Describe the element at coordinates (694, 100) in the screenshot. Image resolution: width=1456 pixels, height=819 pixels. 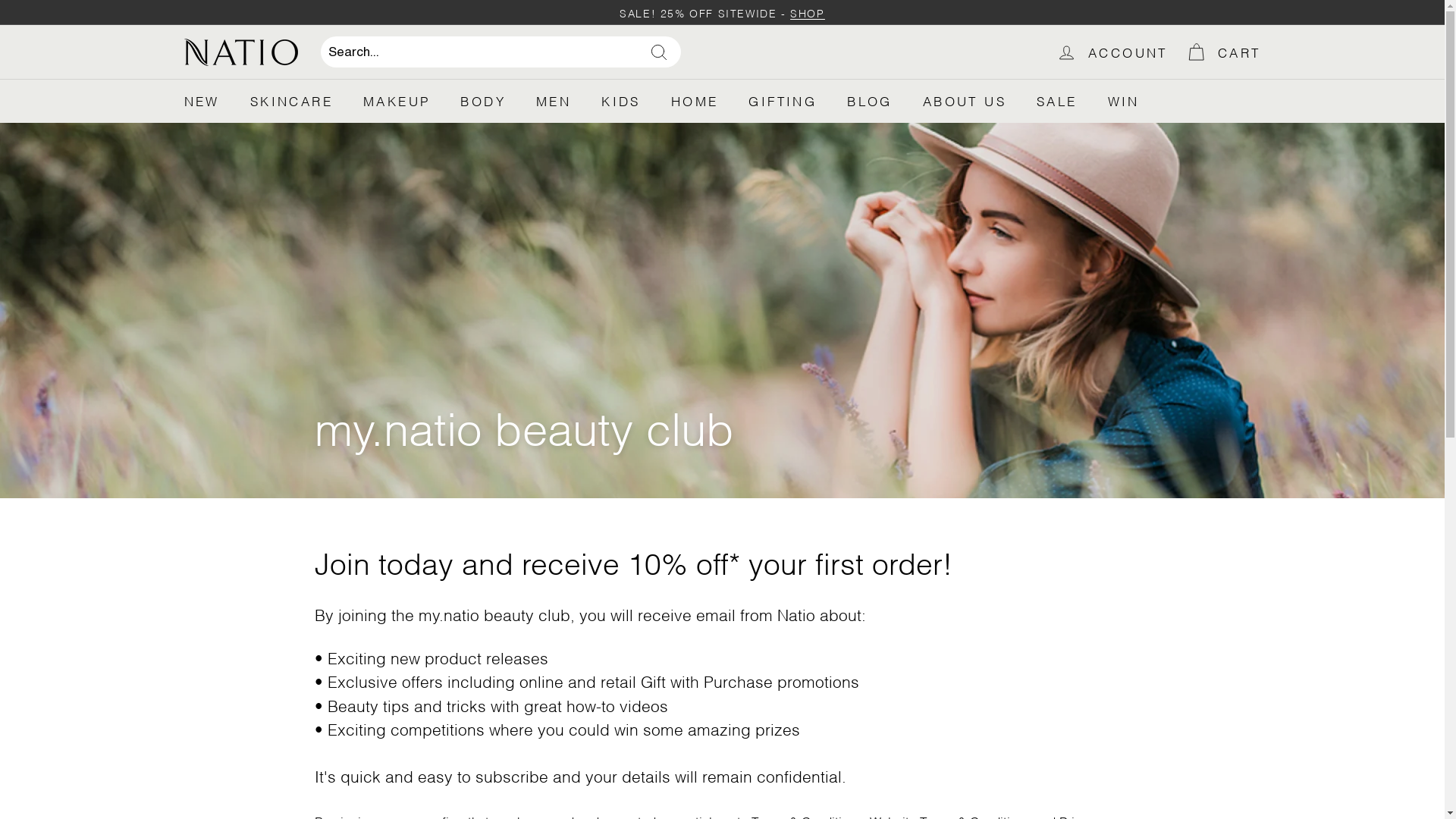
I see `'HOME'` at that location.